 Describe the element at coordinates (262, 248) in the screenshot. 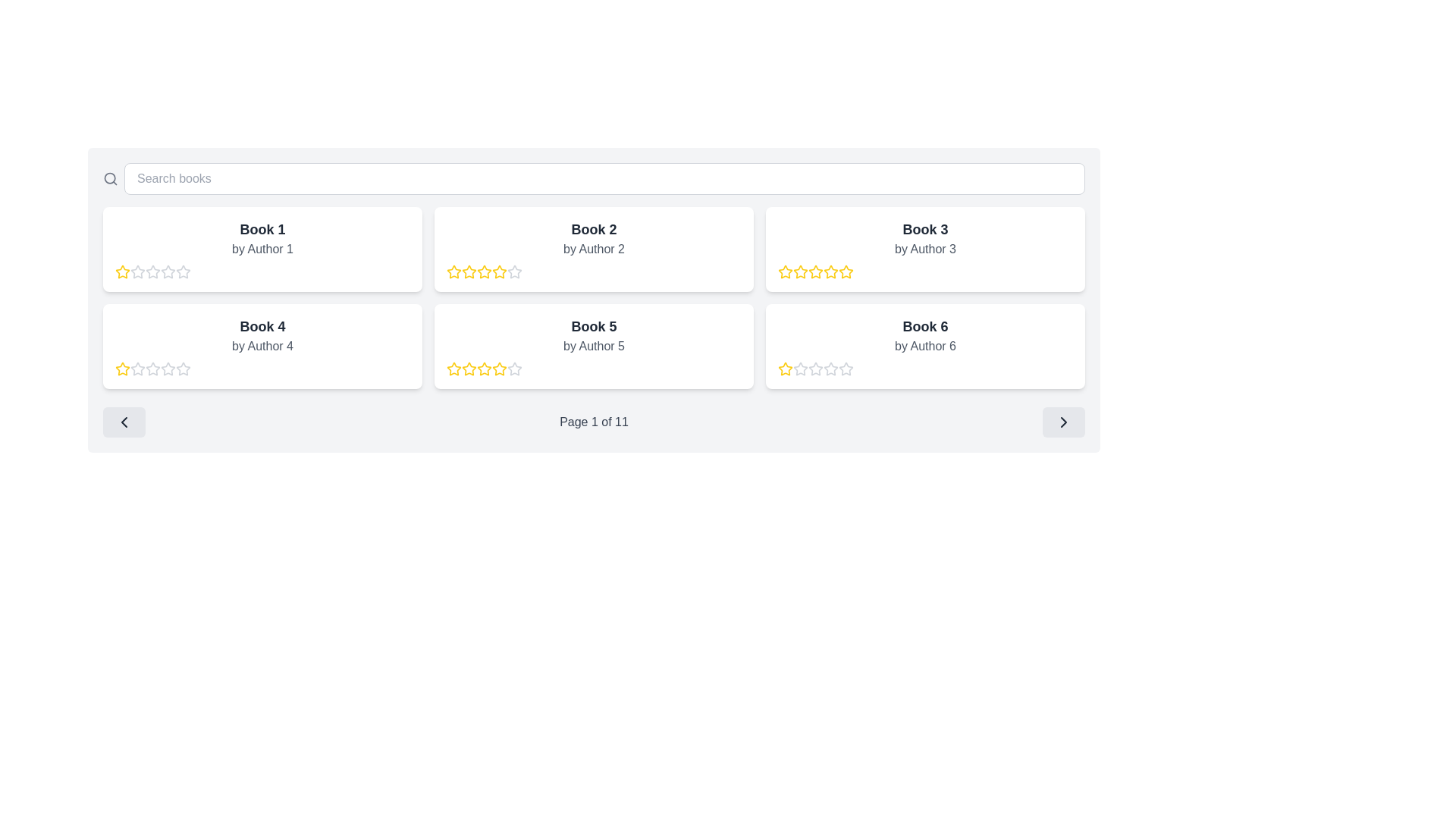

I see `the top-left Information Card in the grid layout` at that location.